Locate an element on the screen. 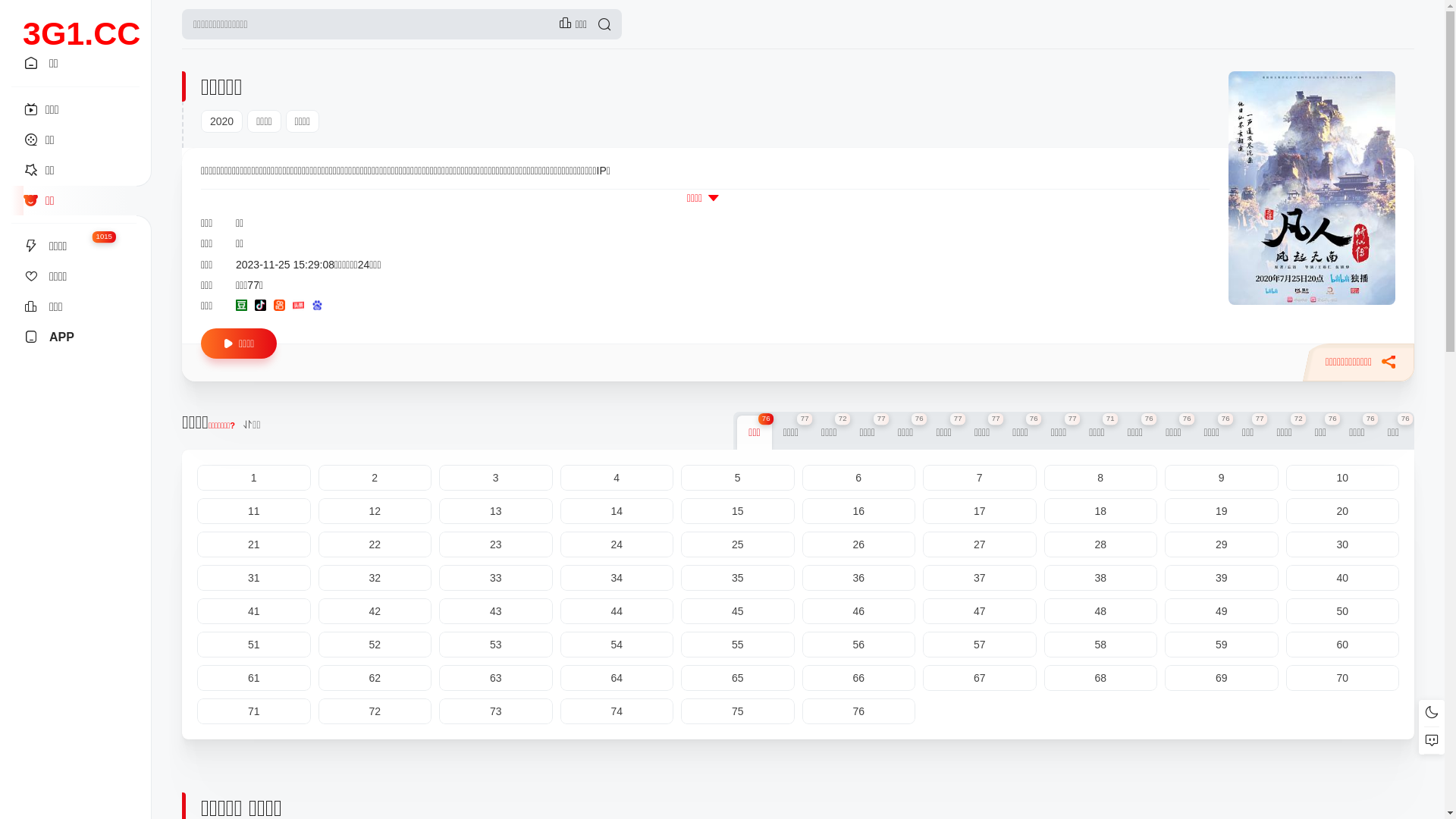  '41' is located at coordinates (254, 610).